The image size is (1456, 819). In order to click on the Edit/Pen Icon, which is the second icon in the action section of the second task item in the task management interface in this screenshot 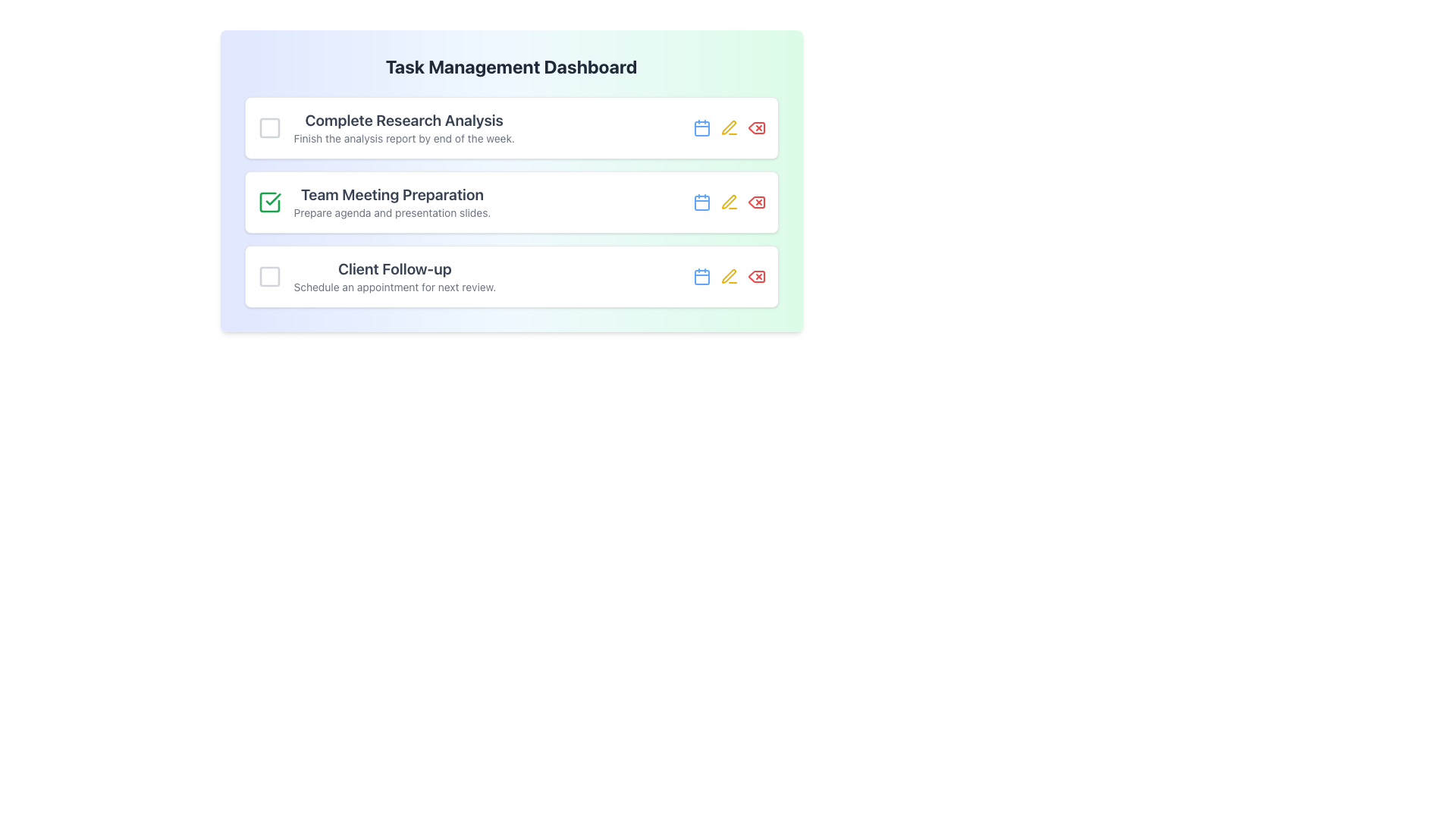, I will do `click(729, 201)`.